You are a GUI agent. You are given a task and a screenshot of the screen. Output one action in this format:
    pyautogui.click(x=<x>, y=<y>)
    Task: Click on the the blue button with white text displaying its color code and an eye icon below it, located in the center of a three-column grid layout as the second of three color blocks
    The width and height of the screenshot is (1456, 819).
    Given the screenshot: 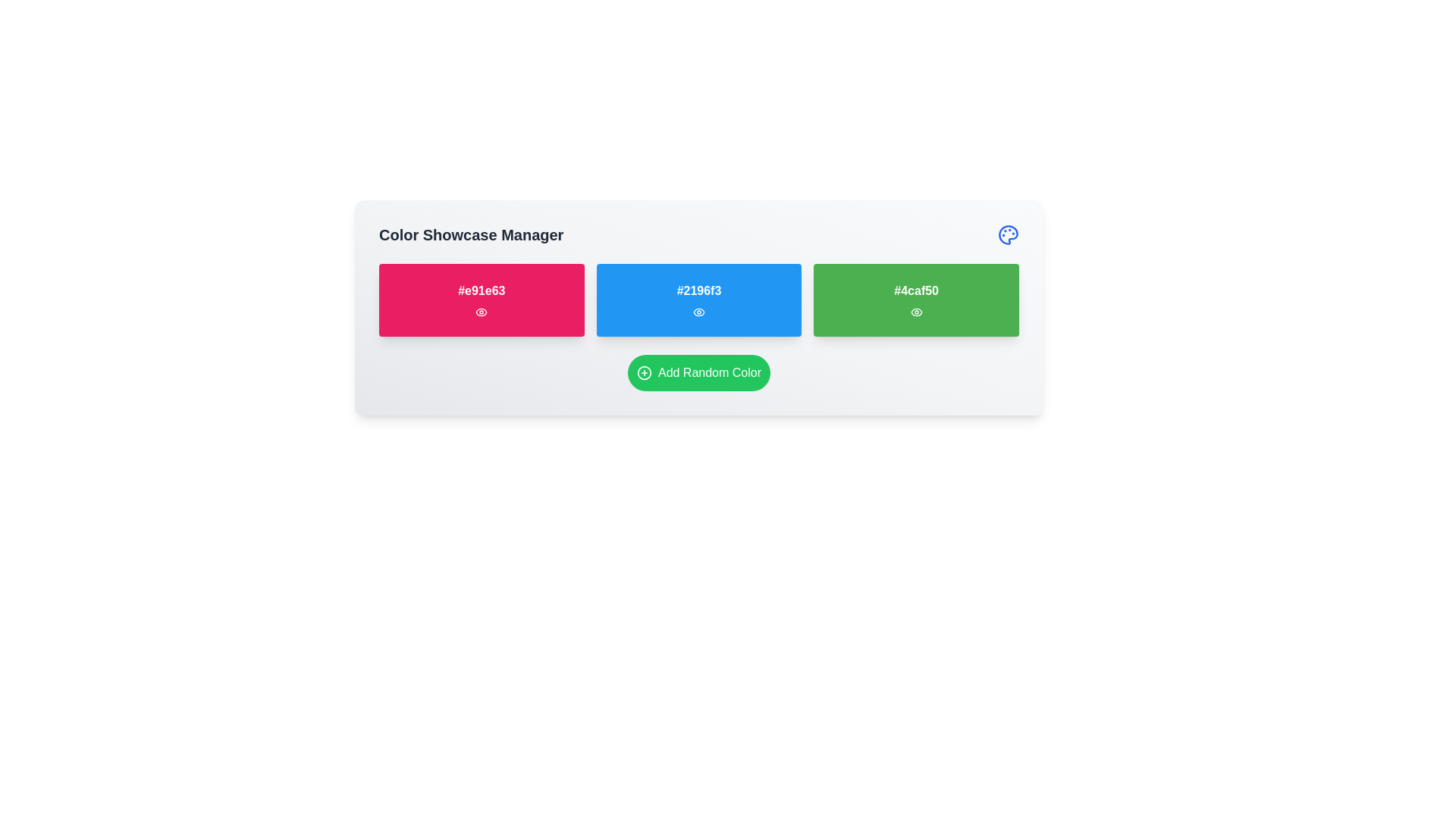 What is the action you would take?
    pyautogui.click(x=698, y=300)
    